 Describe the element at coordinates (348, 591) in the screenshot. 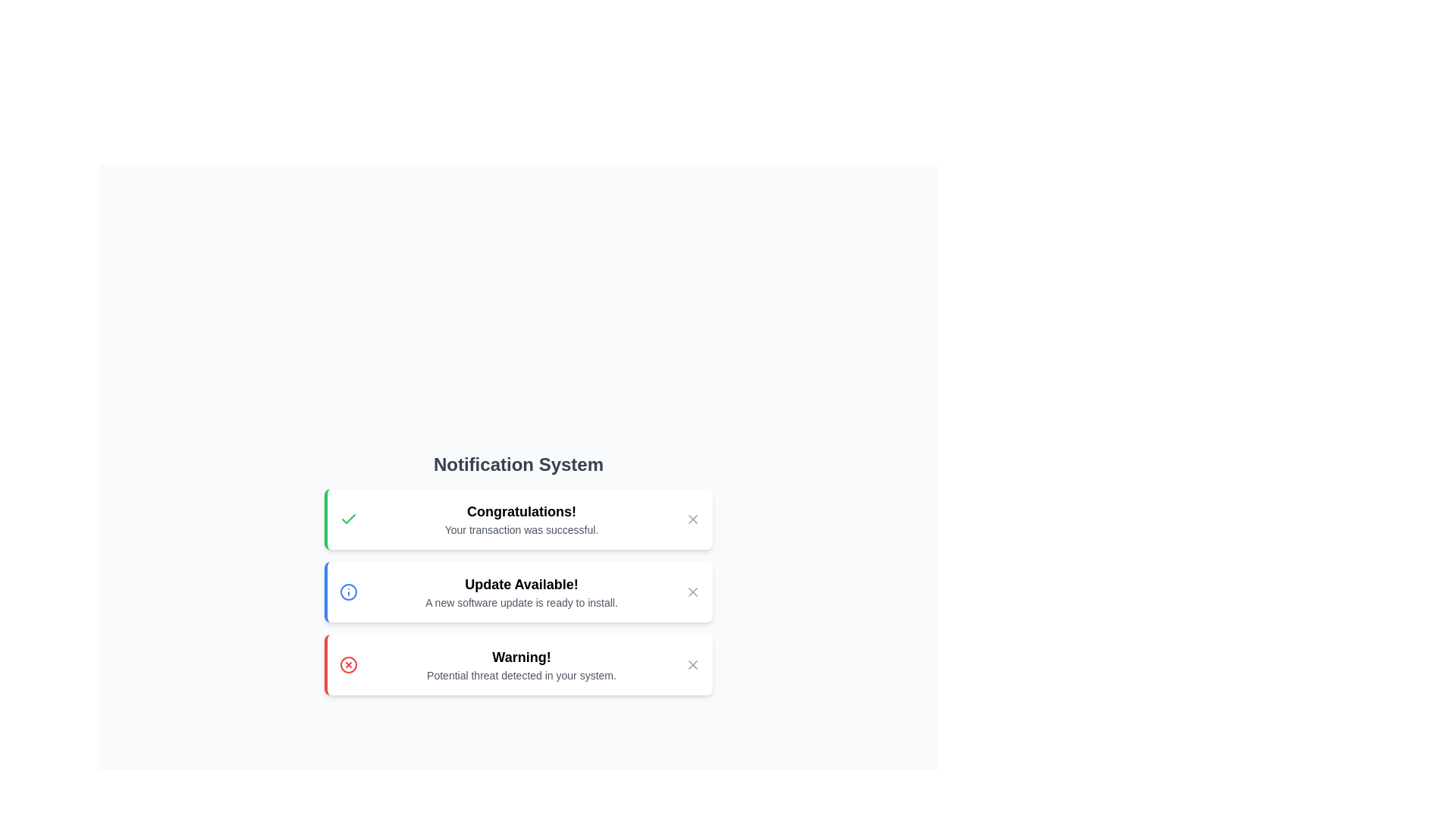

I see `the circular informational icon with a blue border located at the upper-left corner of the notification card that states 'Update Available! A new software update is ready to install.'` at that location.